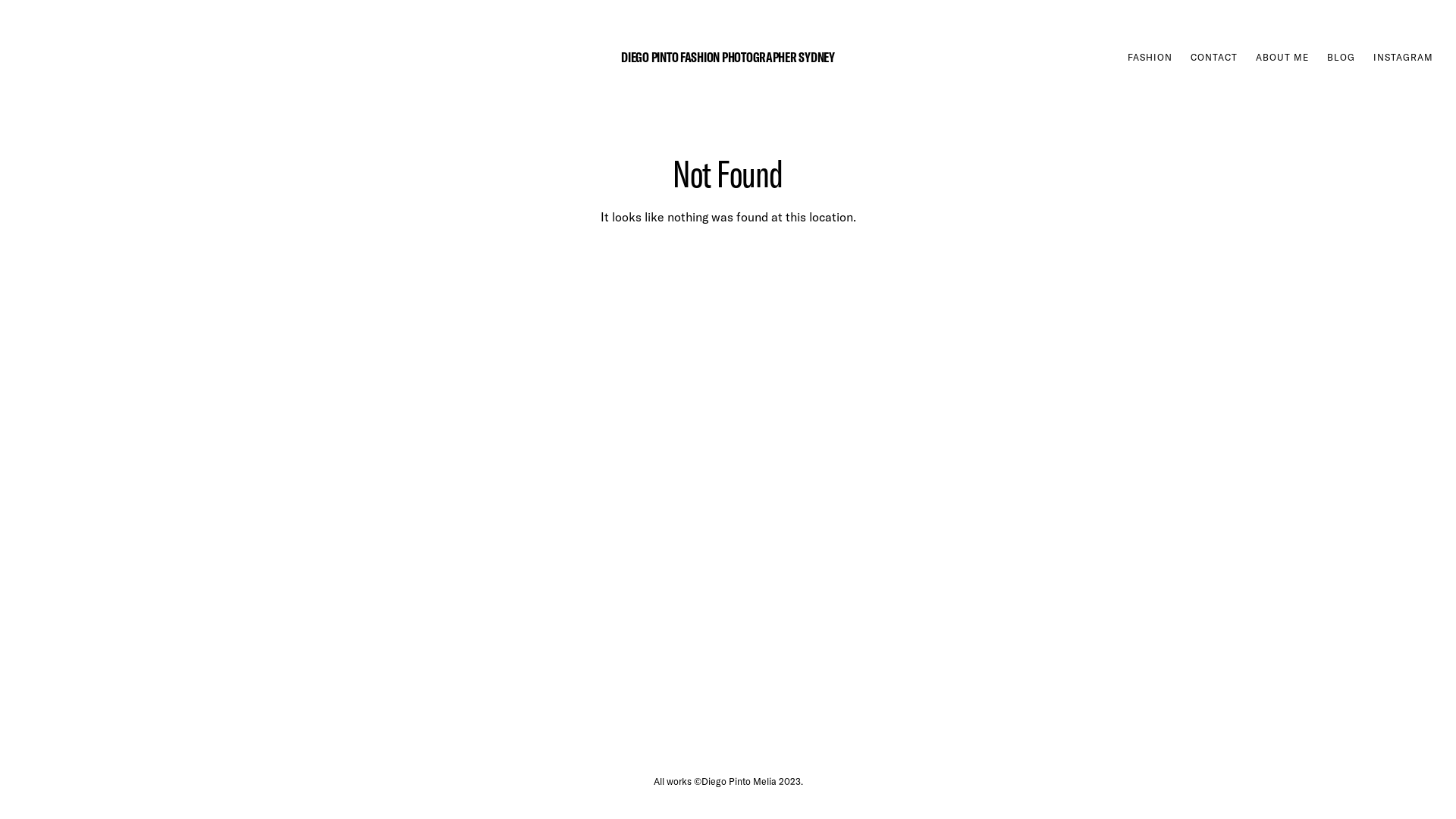 This screenshot has width=1456, height=819. What do you see at coordinates (726, 55) in the screenshot?
I see `'DIEGO PINTO FASHION PHOTOGRAPHER SYDNEY'` at bounding box center [726, 55].